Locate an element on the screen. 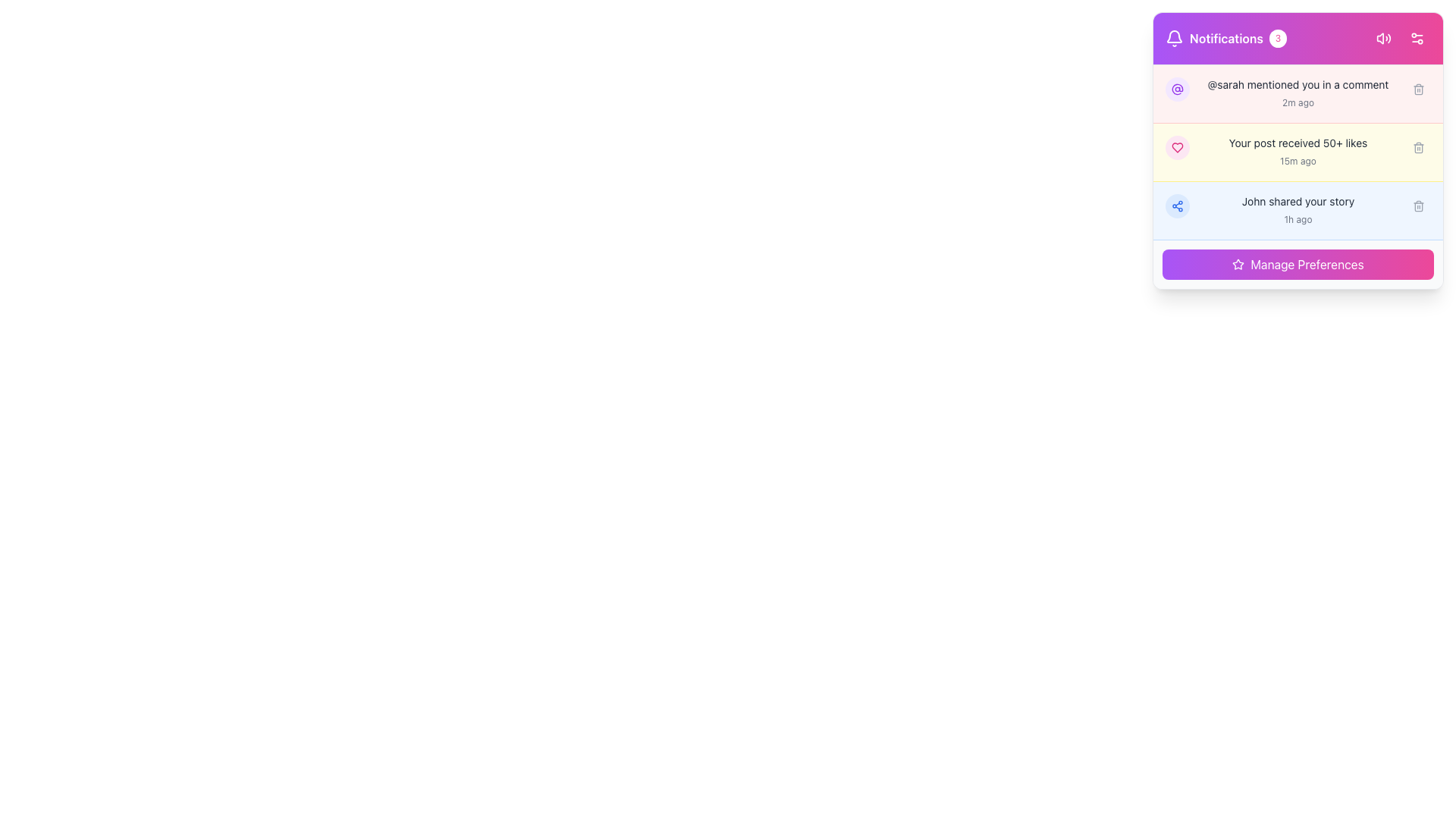 The image size is (1456, 819). the notification text label indicating that John shared their story an hour ago, which is located in the third notification entry in the notification list is located at coordinates (1298, 210).